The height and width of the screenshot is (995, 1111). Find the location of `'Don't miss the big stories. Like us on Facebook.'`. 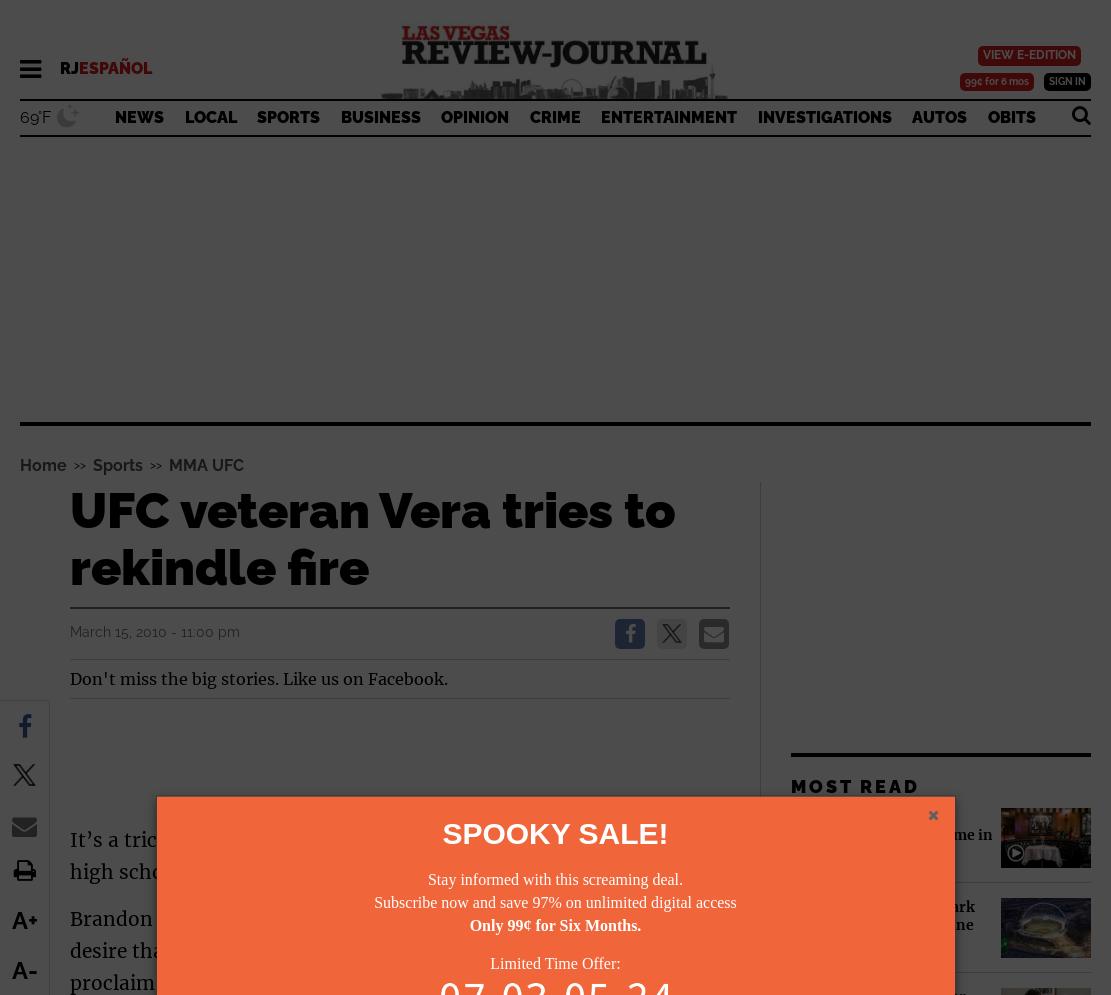

'Don't miss the big stories. Like us on Facebook.' is located at coordinates (258, 676).